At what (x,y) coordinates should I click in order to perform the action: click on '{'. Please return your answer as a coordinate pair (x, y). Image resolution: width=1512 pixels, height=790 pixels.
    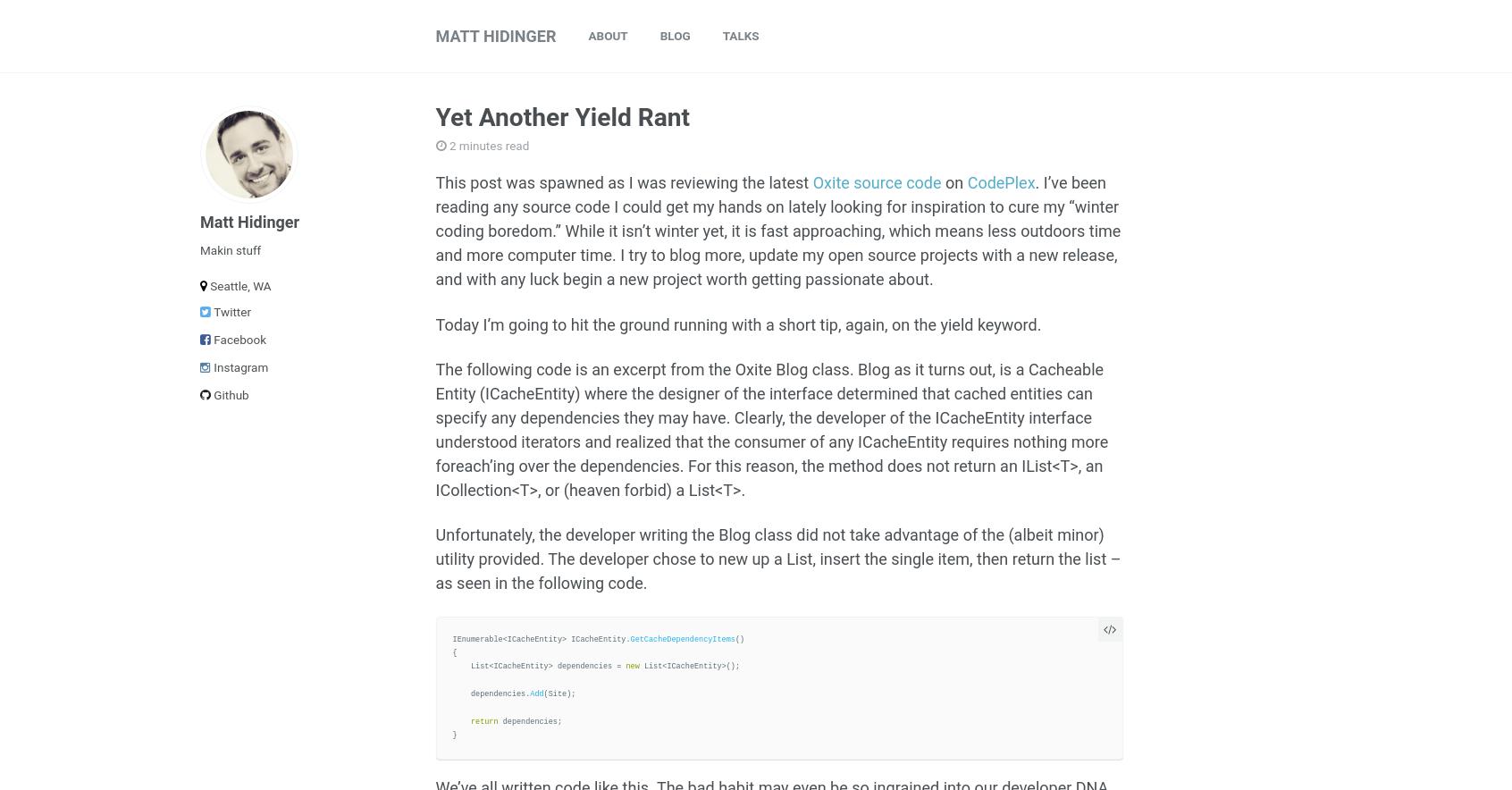
    Looking at the image, I should click on (454, 651).